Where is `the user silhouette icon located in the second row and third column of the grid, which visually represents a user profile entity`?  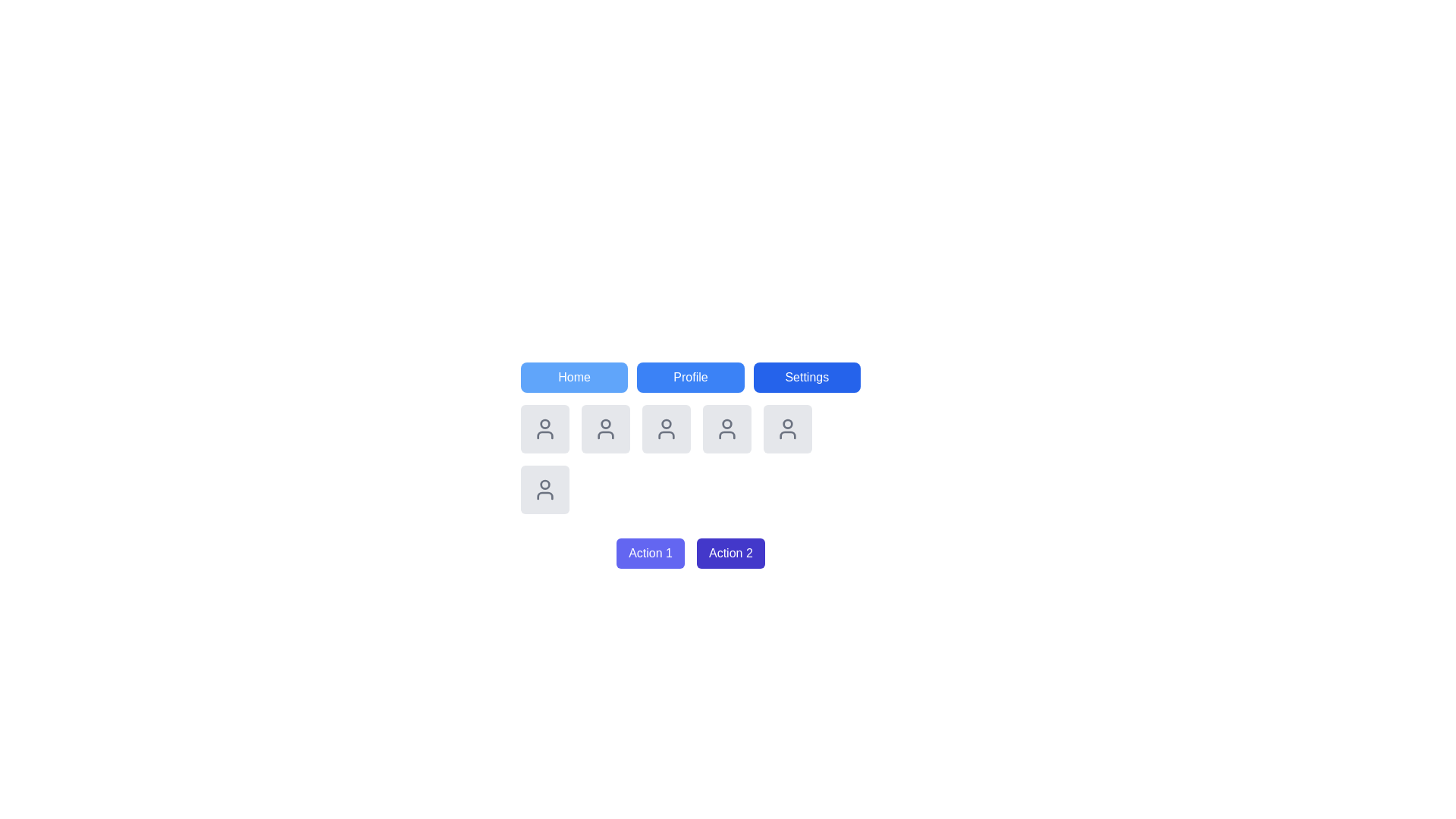 the user silhouette icon located in the second row and third column of the grid, which visually represents a user profile entity is located at coordinates (726, 429).